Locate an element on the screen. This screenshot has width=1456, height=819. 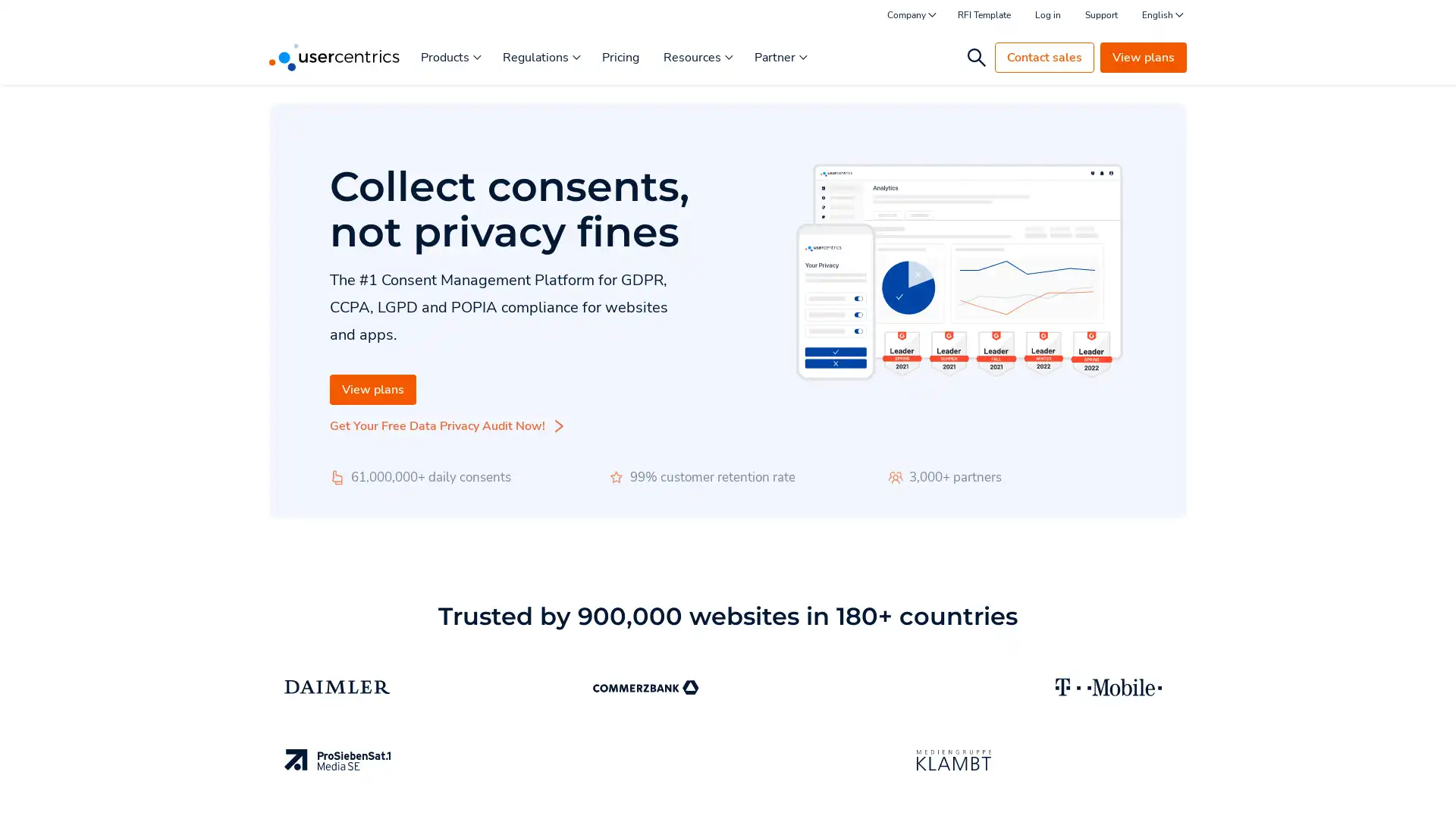
OK, Agree to CCPA is located at coordinates (1122, 785).